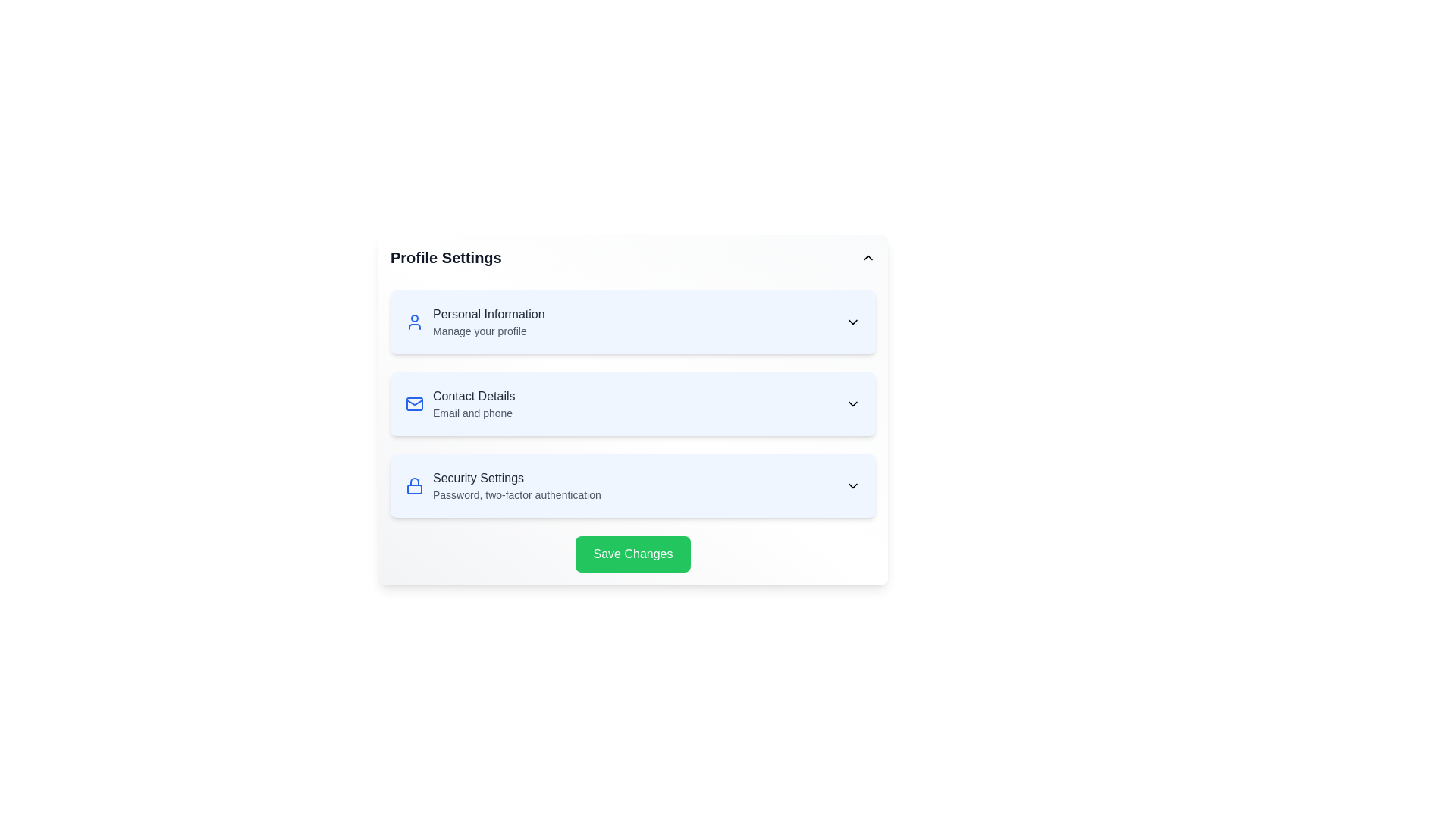 This screenshot has height=819, width=1456. What do you see at coordinates (474, 321) in the screenshot?
I see `the 'Personal Information' section header, which includes an icon and descriptive text, located directly above 'Contact Details' and 'Security Settings' in the 'Profile Settings'` at bounding box center [474, 321].